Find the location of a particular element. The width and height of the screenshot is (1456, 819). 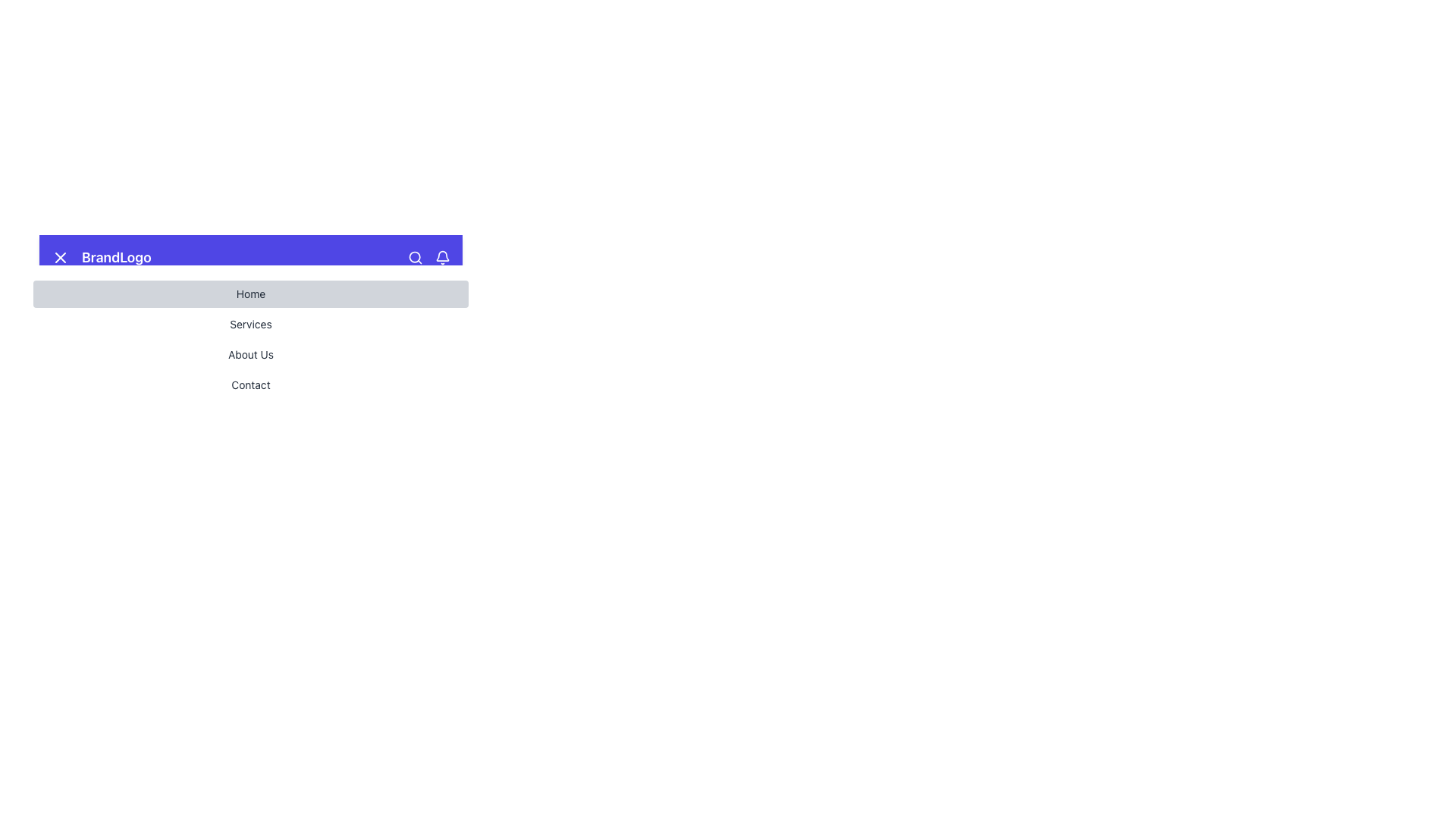

the graphical circle that is part of the magnifying glass icon, located in the top-right corner near the notification bell is located at coordinates (415, 256).